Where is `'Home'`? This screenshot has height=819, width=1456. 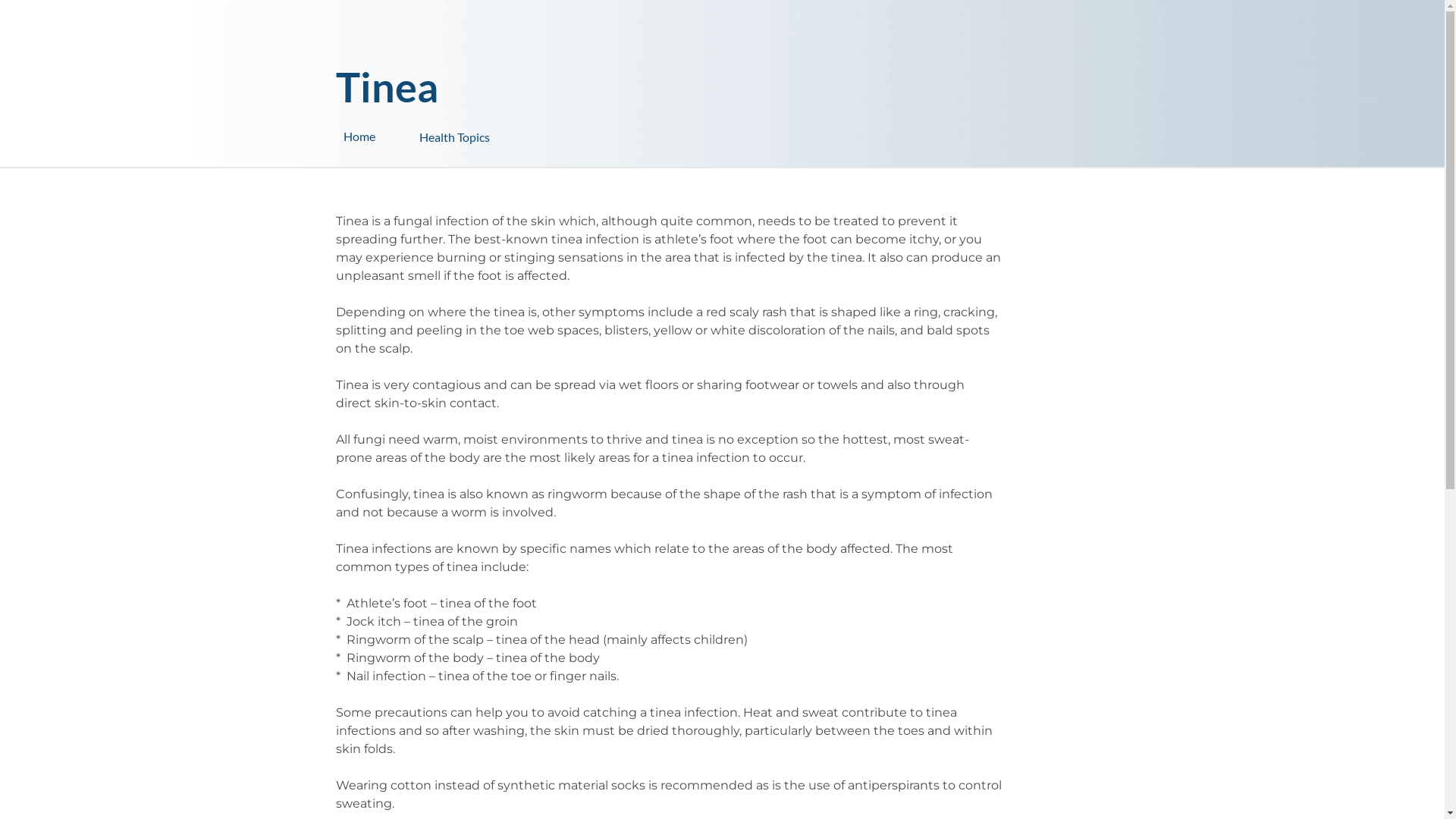 'Home' is located at coordinates (381, 136).